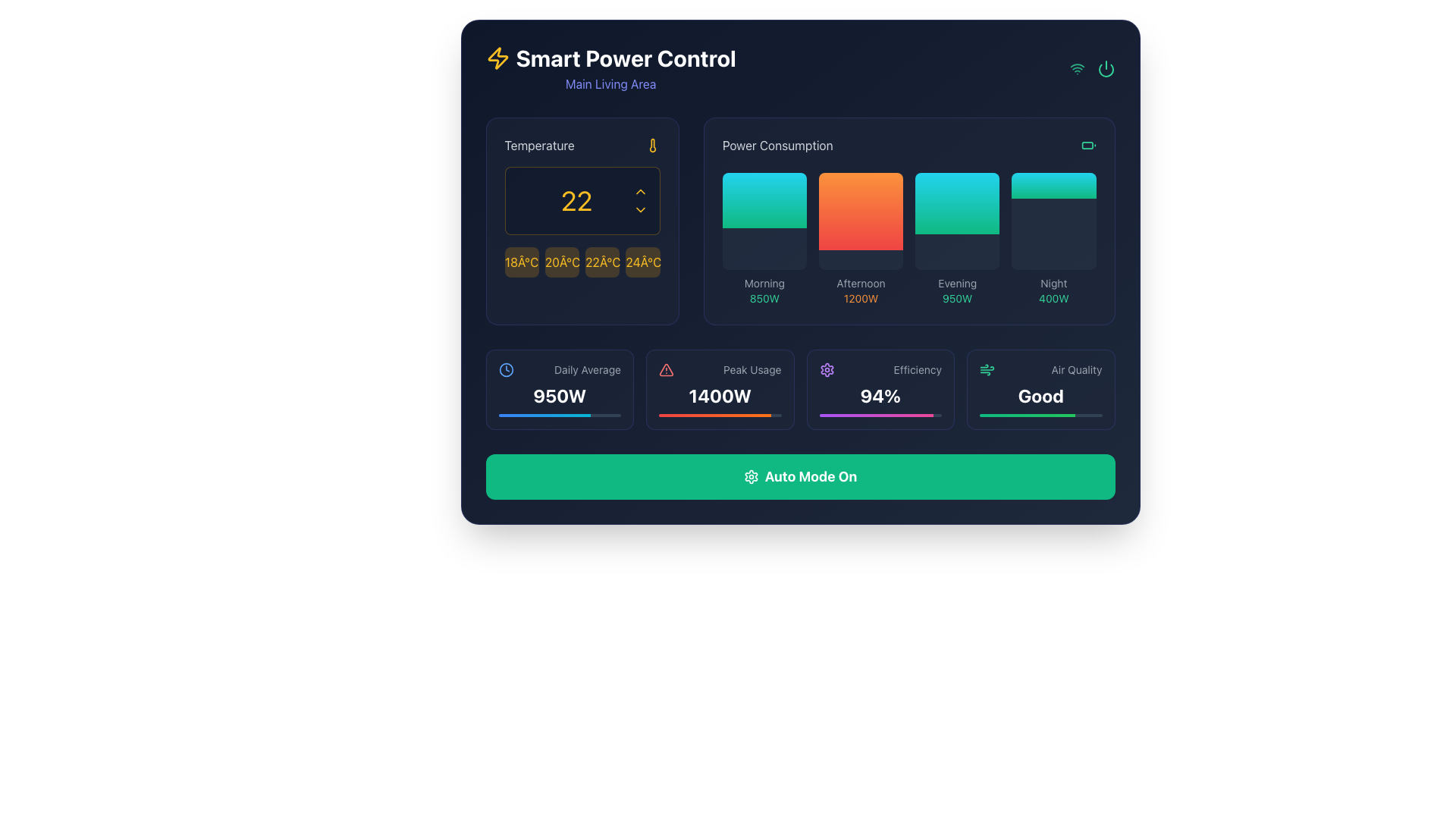 The height and width of the screenshot is (819, 1456). What do you see at coordinates (582, 221) in the screenshot?
I see `the Interactive temperature control panel to interact with its temperature control options, including the increment and decrement arrows, and the temperature selection options` at bounding box center [582, 221].